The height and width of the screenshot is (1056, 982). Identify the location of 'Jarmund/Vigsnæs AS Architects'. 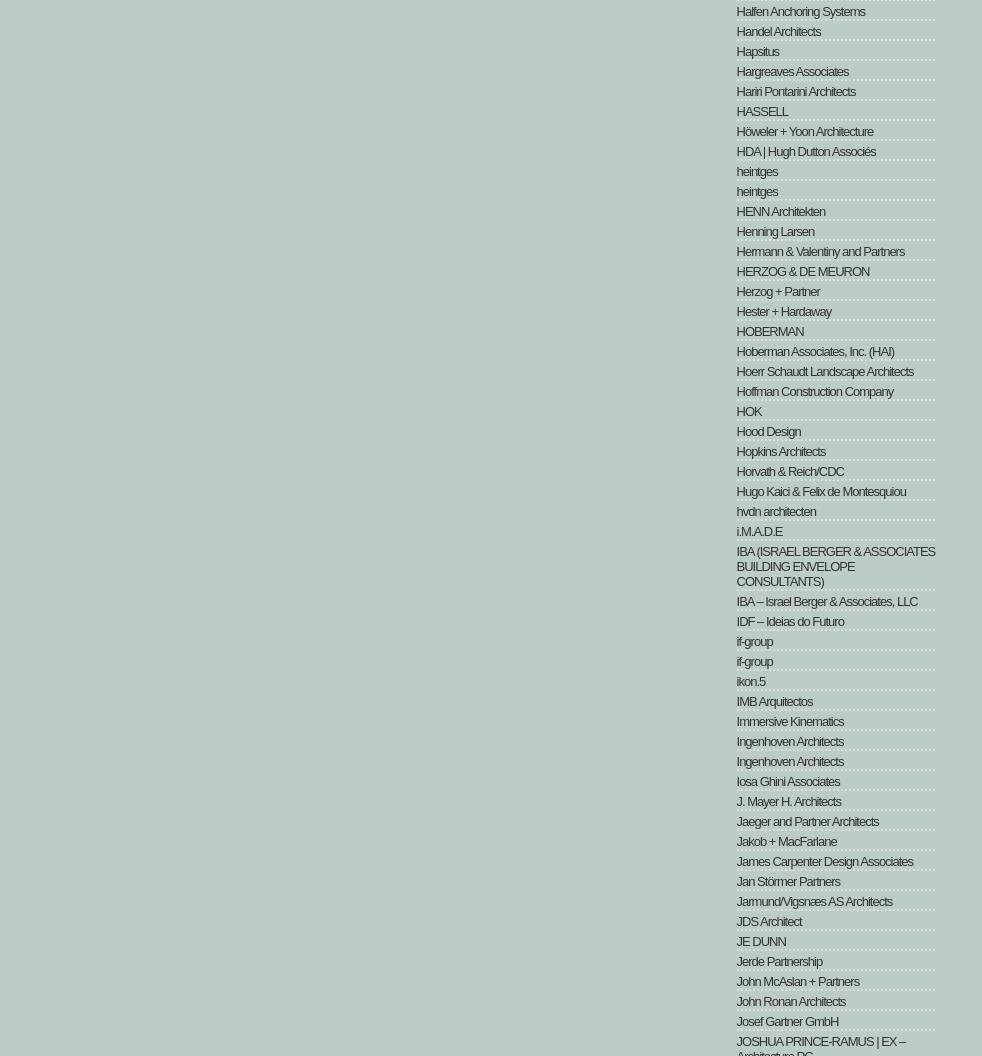
(813, 900).